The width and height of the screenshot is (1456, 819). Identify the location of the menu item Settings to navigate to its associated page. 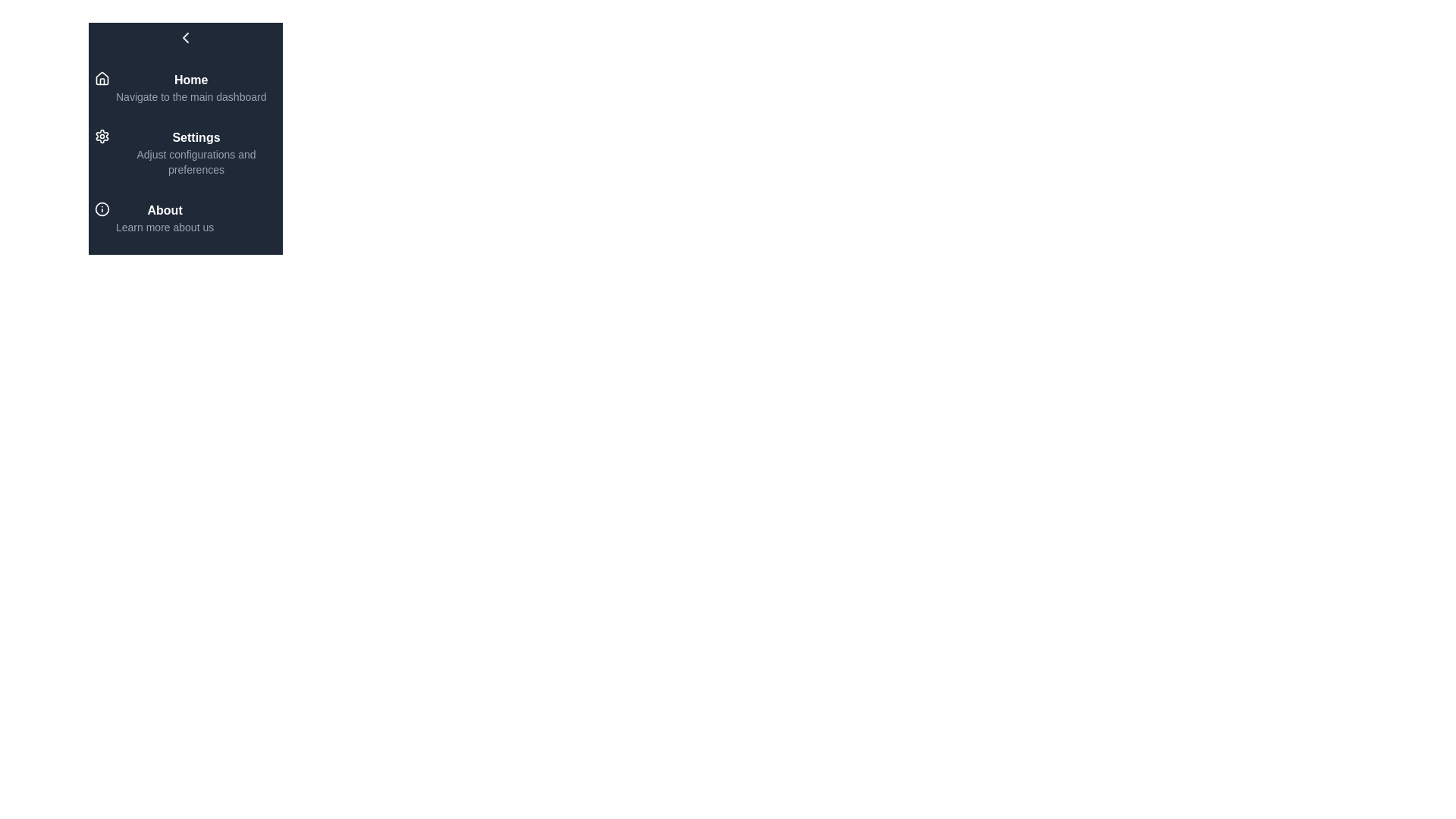
(184, 152).